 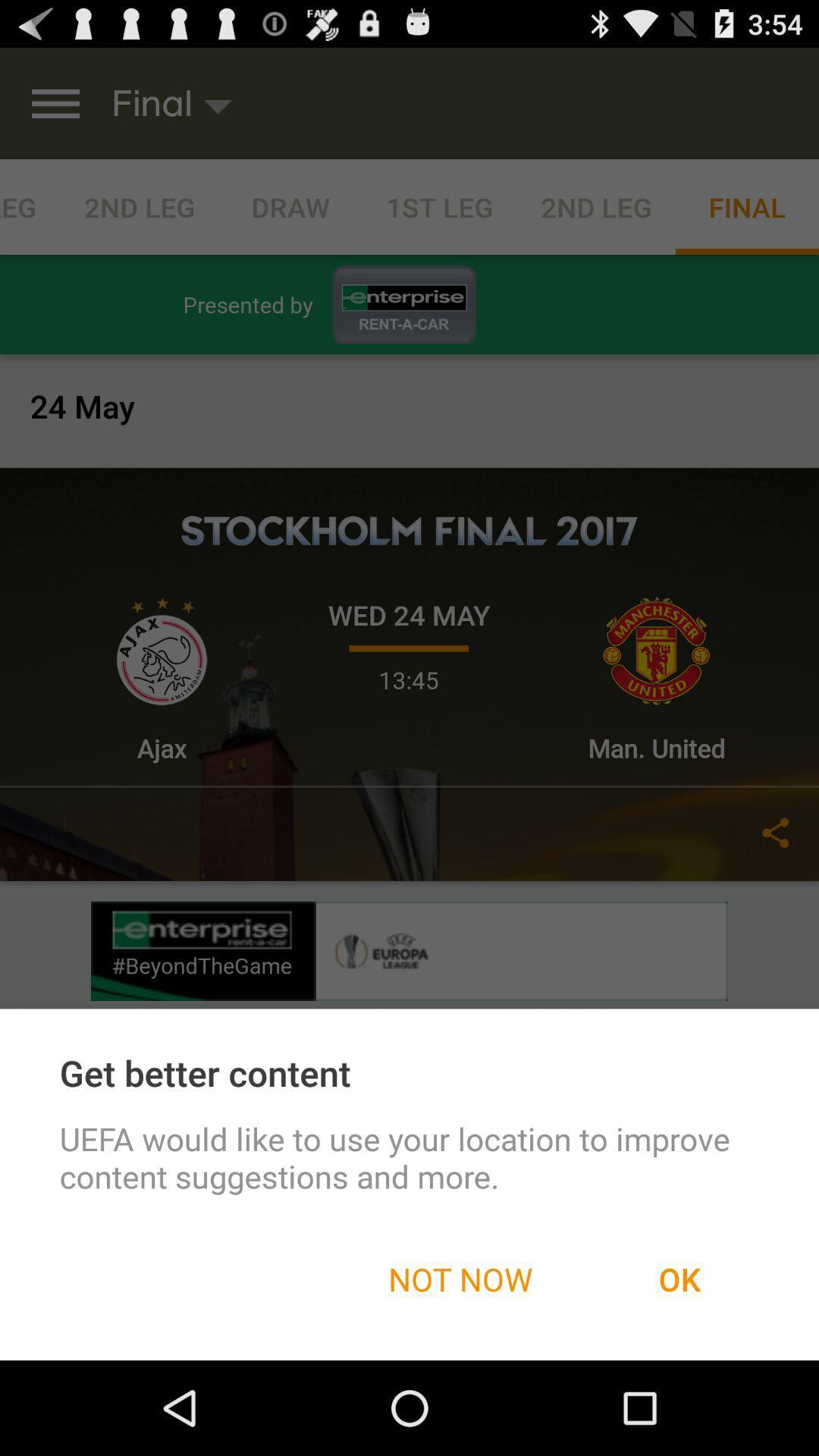 I want to click on icon to the left of the ok, so click(x=460, y=1278).